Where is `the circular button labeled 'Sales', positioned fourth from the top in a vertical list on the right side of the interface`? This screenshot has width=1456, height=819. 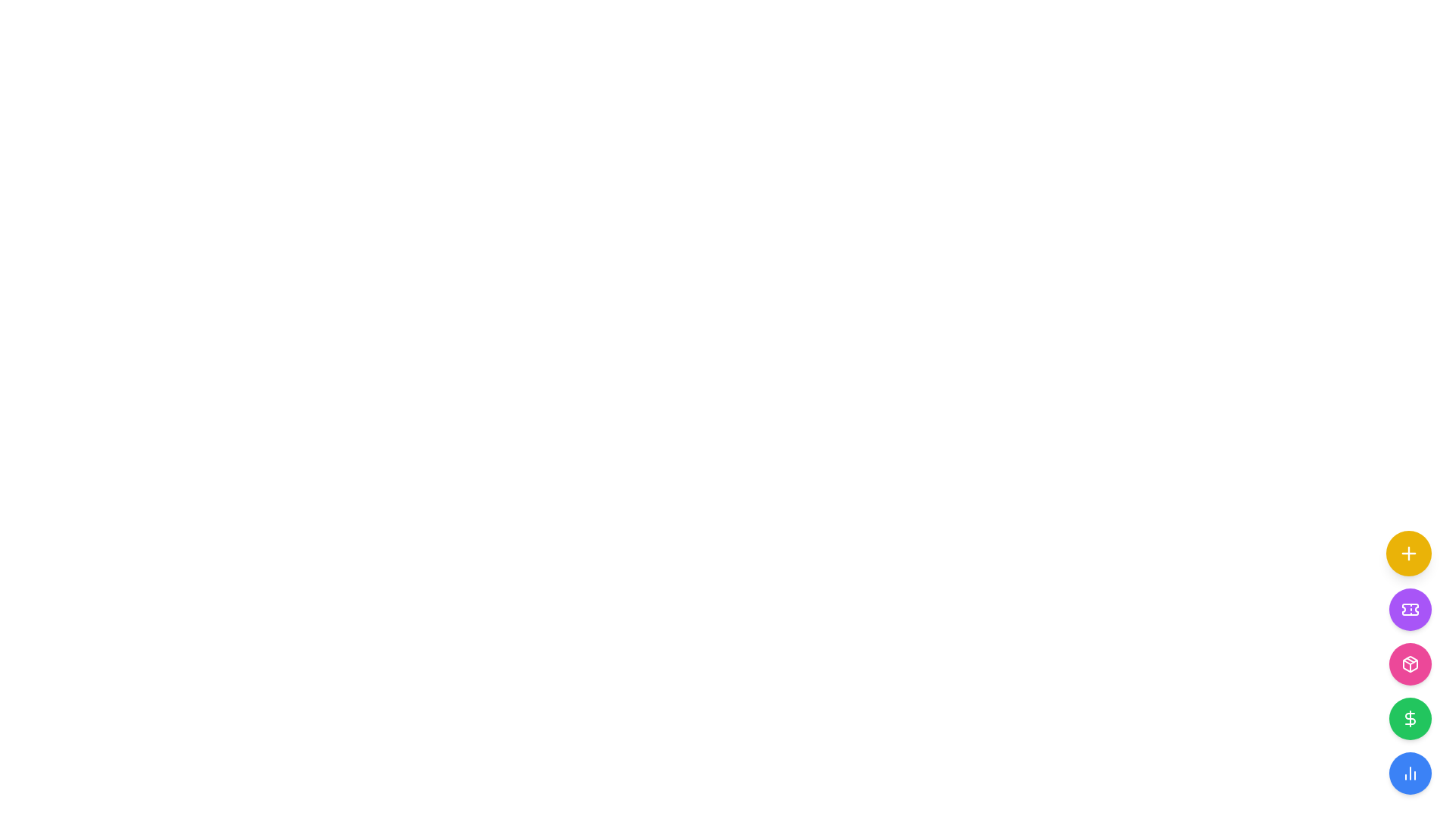 the circular button labeled 'Sales', positioned fourth from the top in a vertical list on the right side of the interface is located at coordinates (1410, 718).